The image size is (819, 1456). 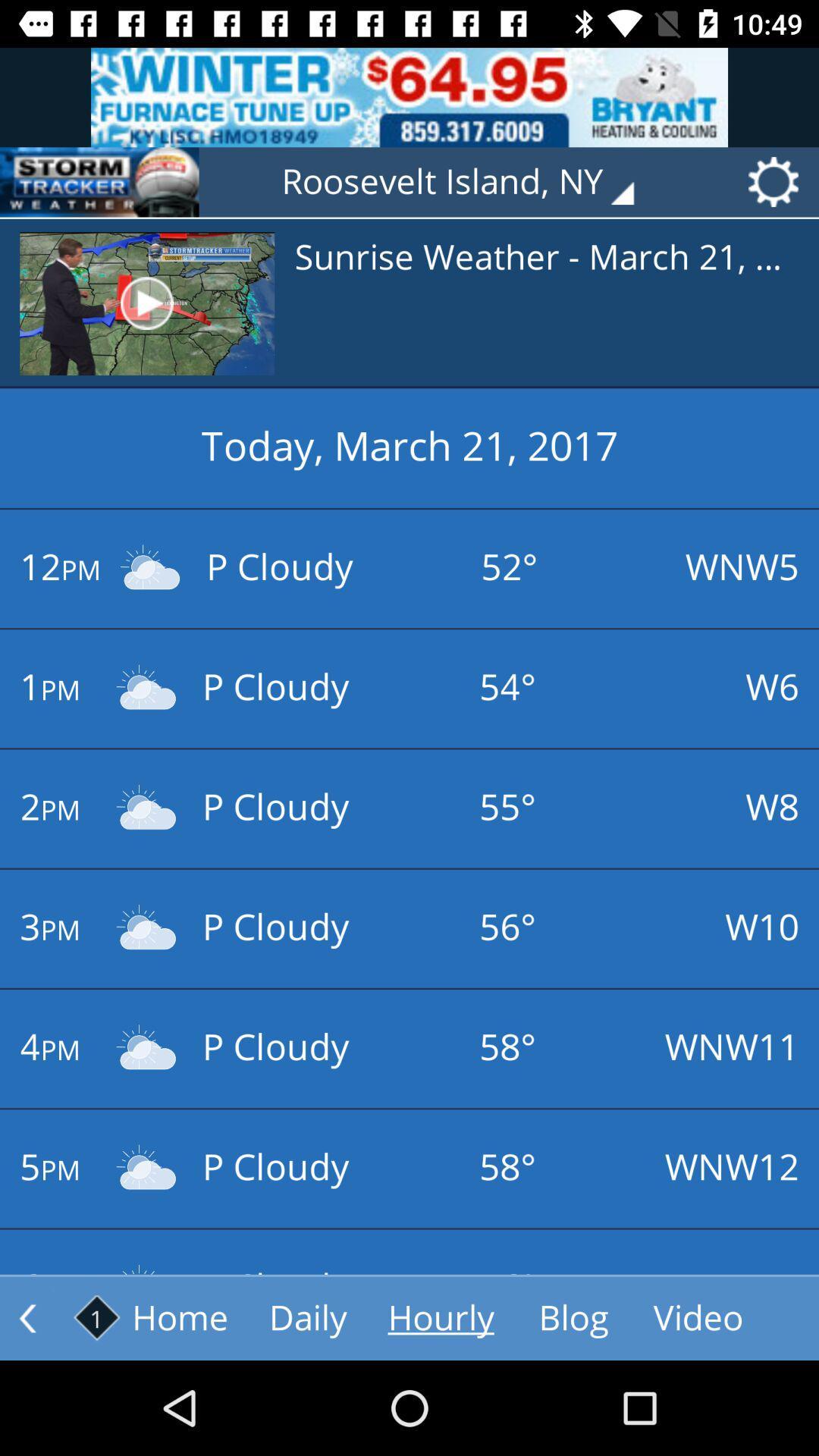 What do you see at coordinates (409, 96) in the screenshot?
I see `advertisement` at bounding box center [409, 96].